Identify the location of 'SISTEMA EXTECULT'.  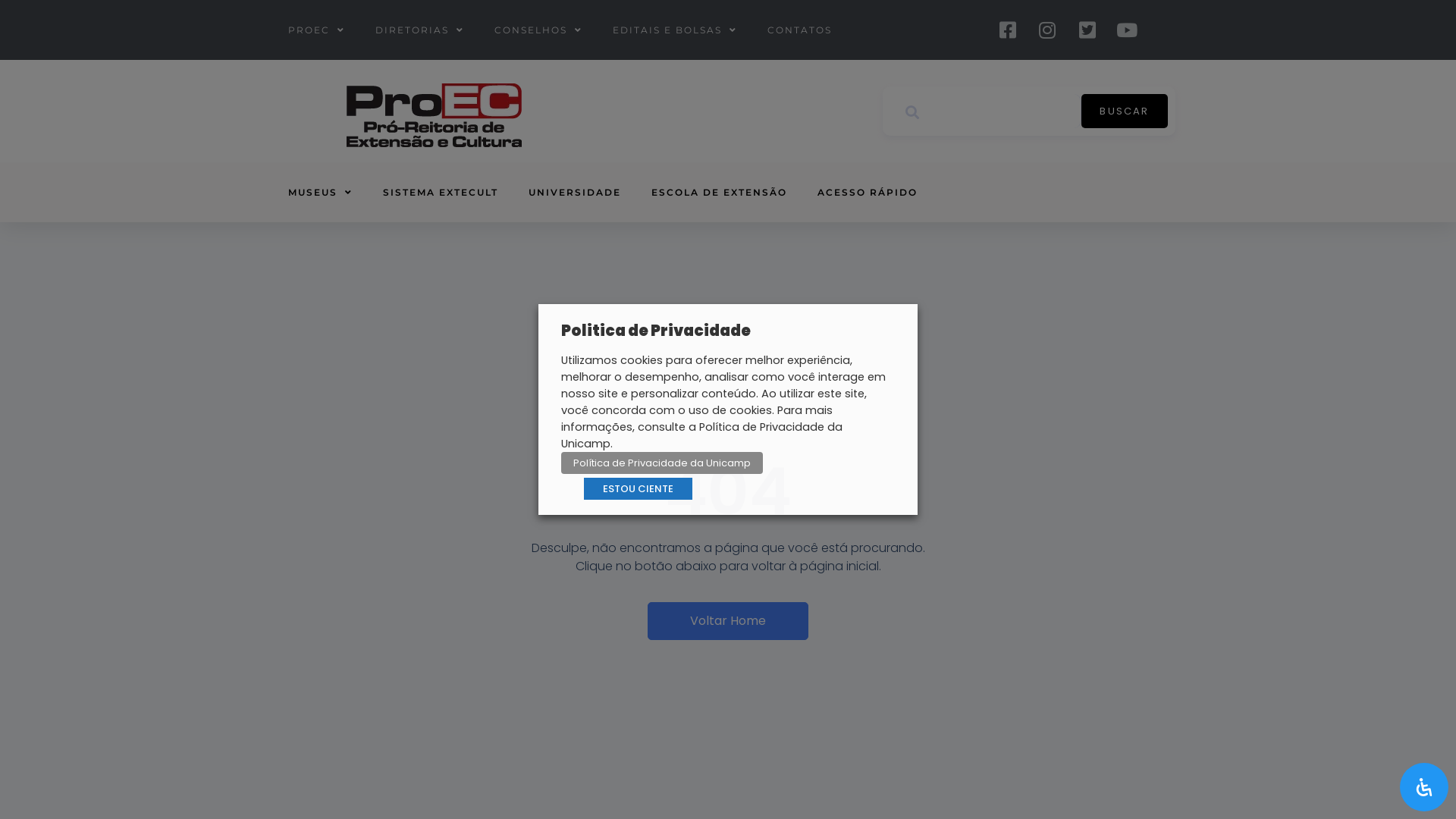
(439, 191).